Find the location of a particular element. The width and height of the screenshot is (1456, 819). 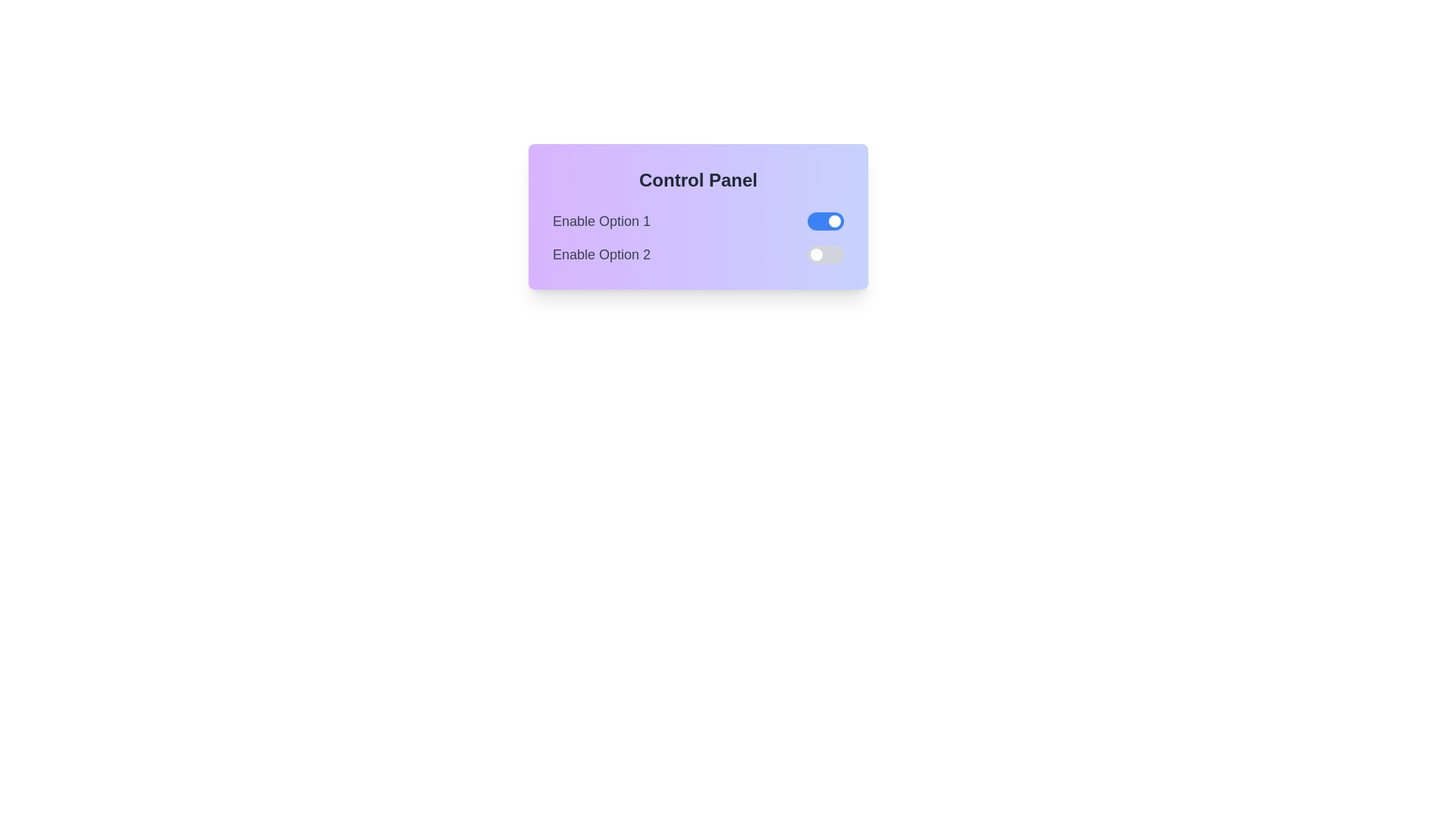

the blue rectangular toggle switch with rounded edges to change its state from 'on' to 'off' is located at coordinates (825, 221).